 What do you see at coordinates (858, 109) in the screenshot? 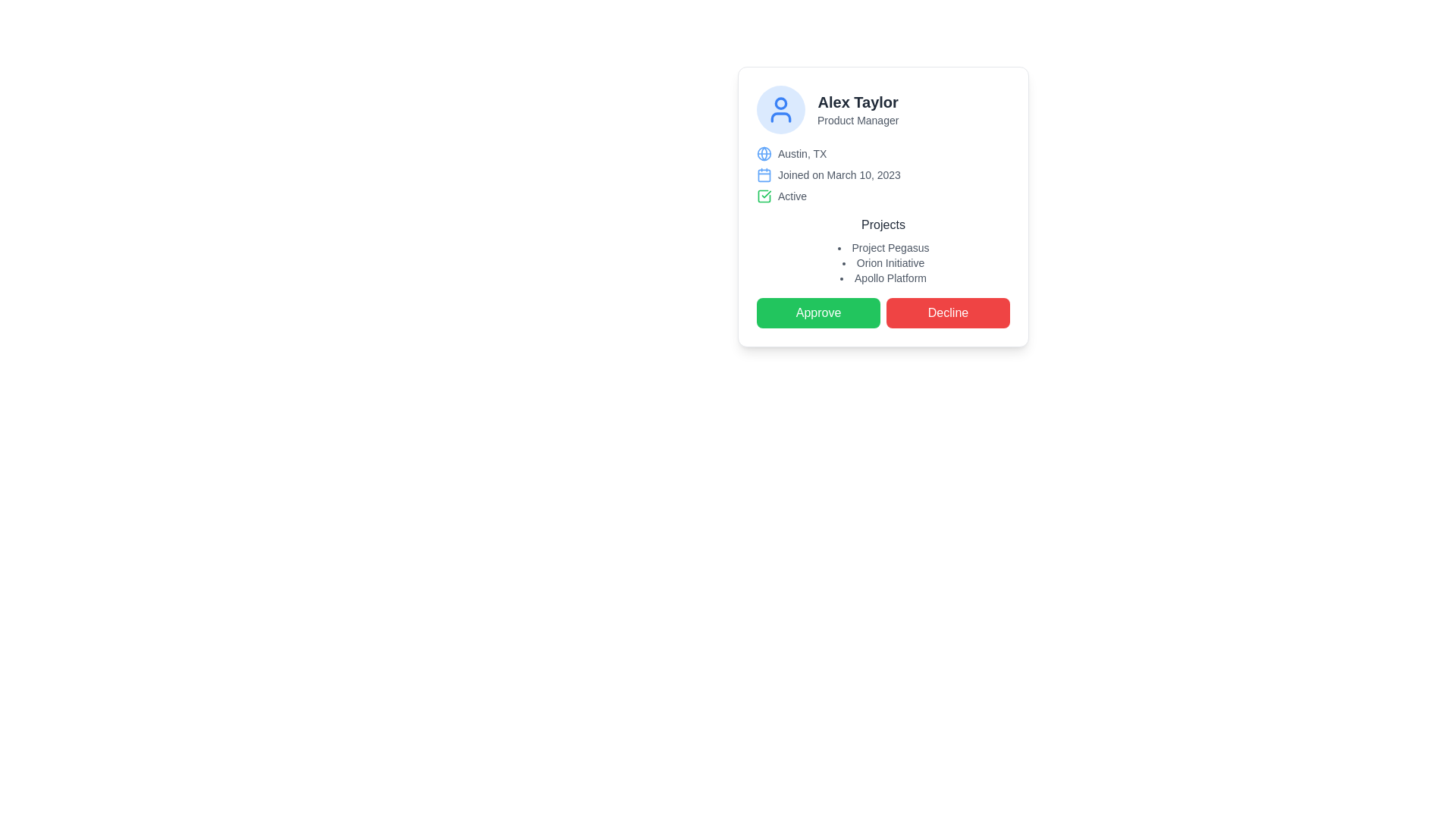
I see `the user card label displaying 'Alex Taylor' and 'Product Manager' located in the upper-right portion of the card` at bounding box center [858, 109].